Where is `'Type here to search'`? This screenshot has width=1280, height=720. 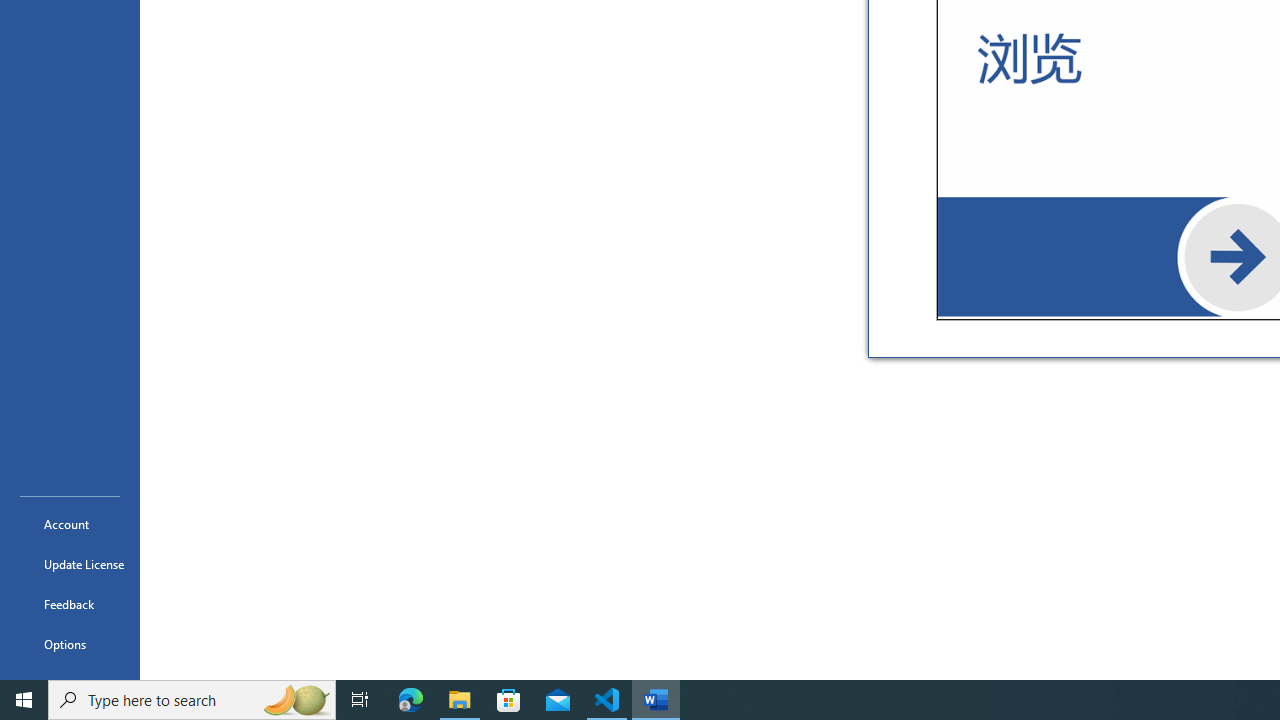
'Type here to search' is located at coordinates (192, 698).